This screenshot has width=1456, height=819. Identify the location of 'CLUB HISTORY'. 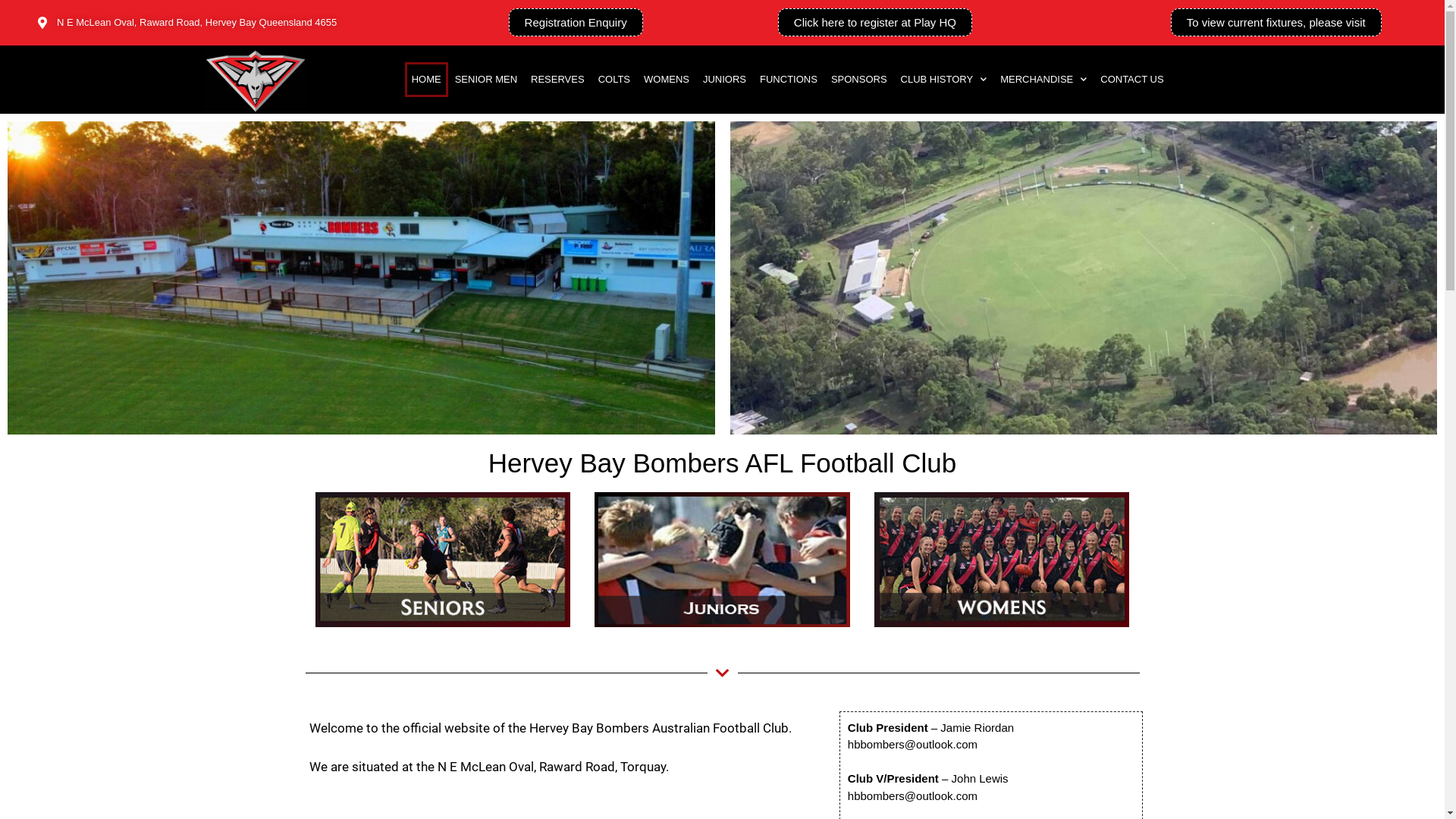
(943, 79).